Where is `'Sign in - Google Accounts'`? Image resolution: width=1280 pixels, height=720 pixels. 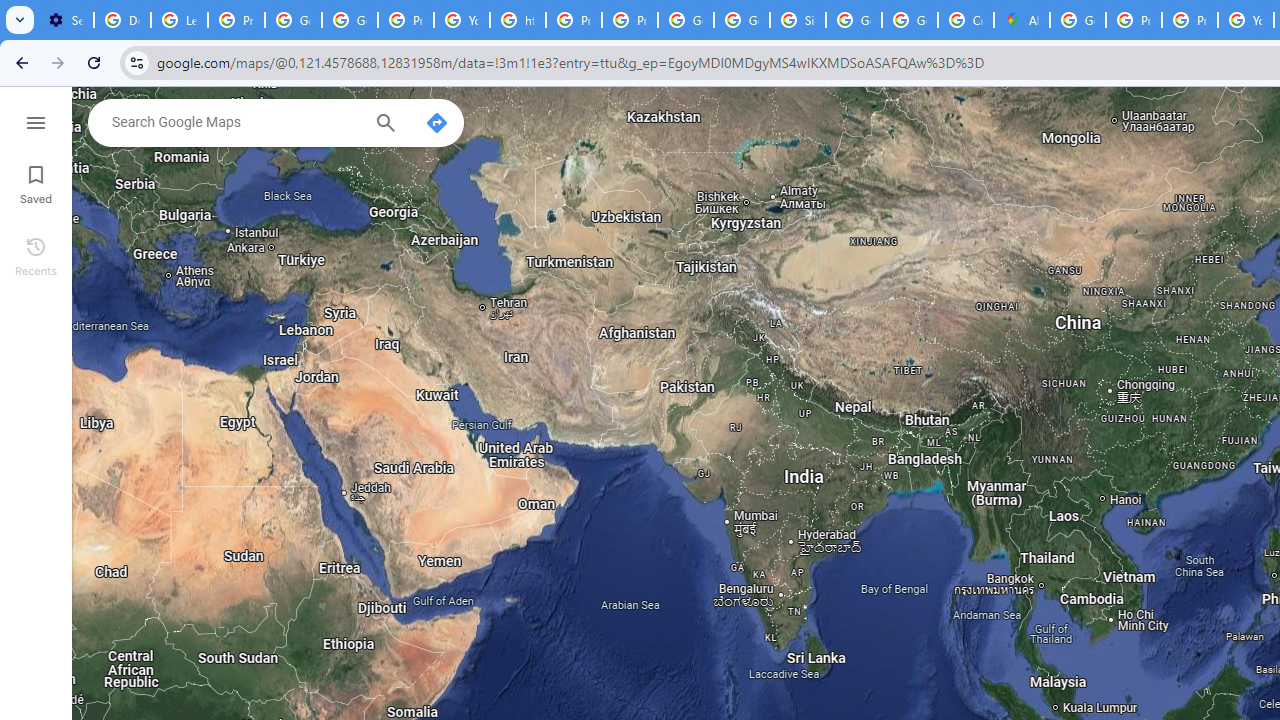
'Sign in - Google Accounts' is located at coordinates (797, 20).